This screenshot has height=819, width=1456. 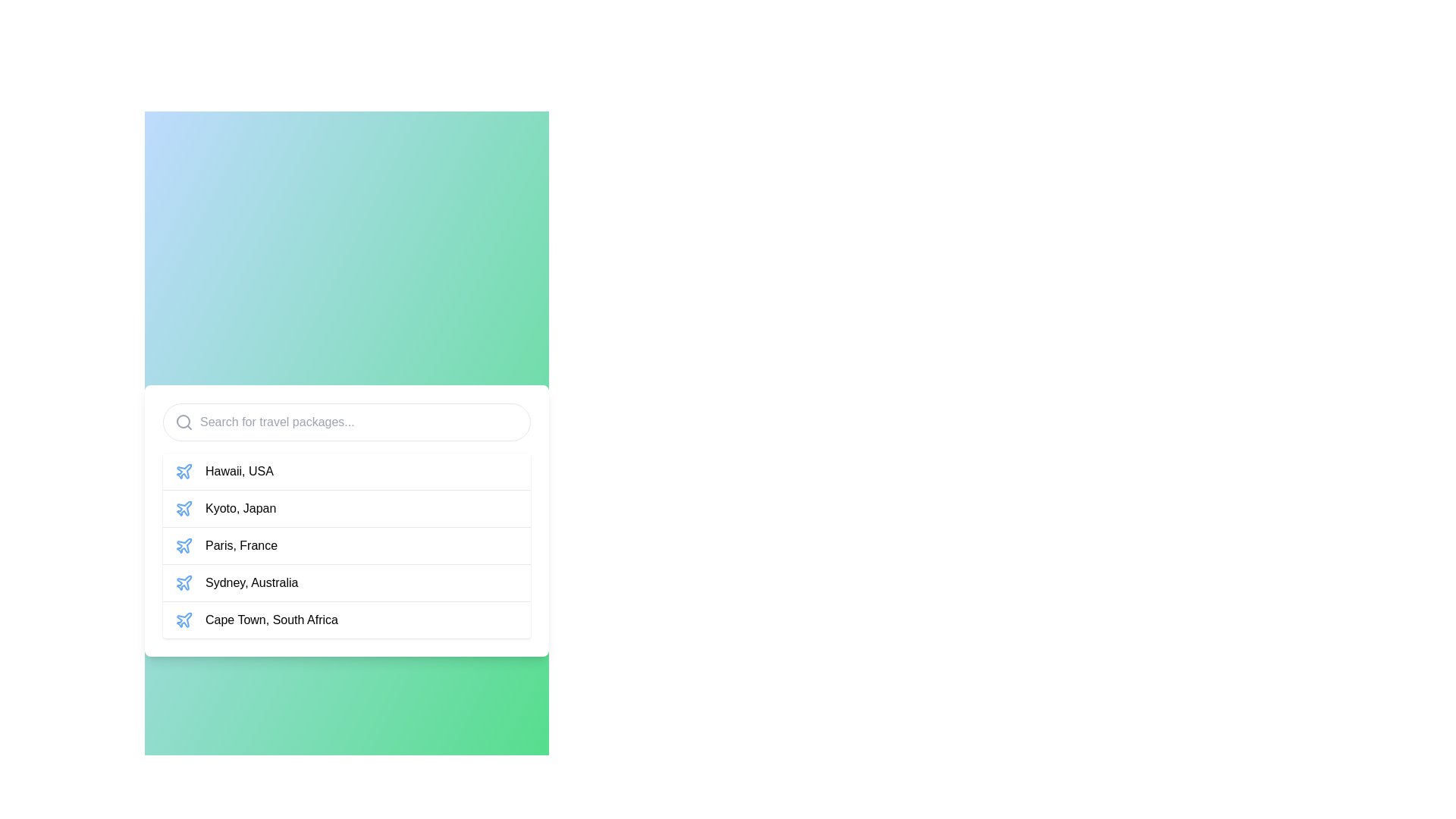 I want to click on the airplane icon in the entry labeled 'Kyoto, Japan', so click(x=184, y=509).